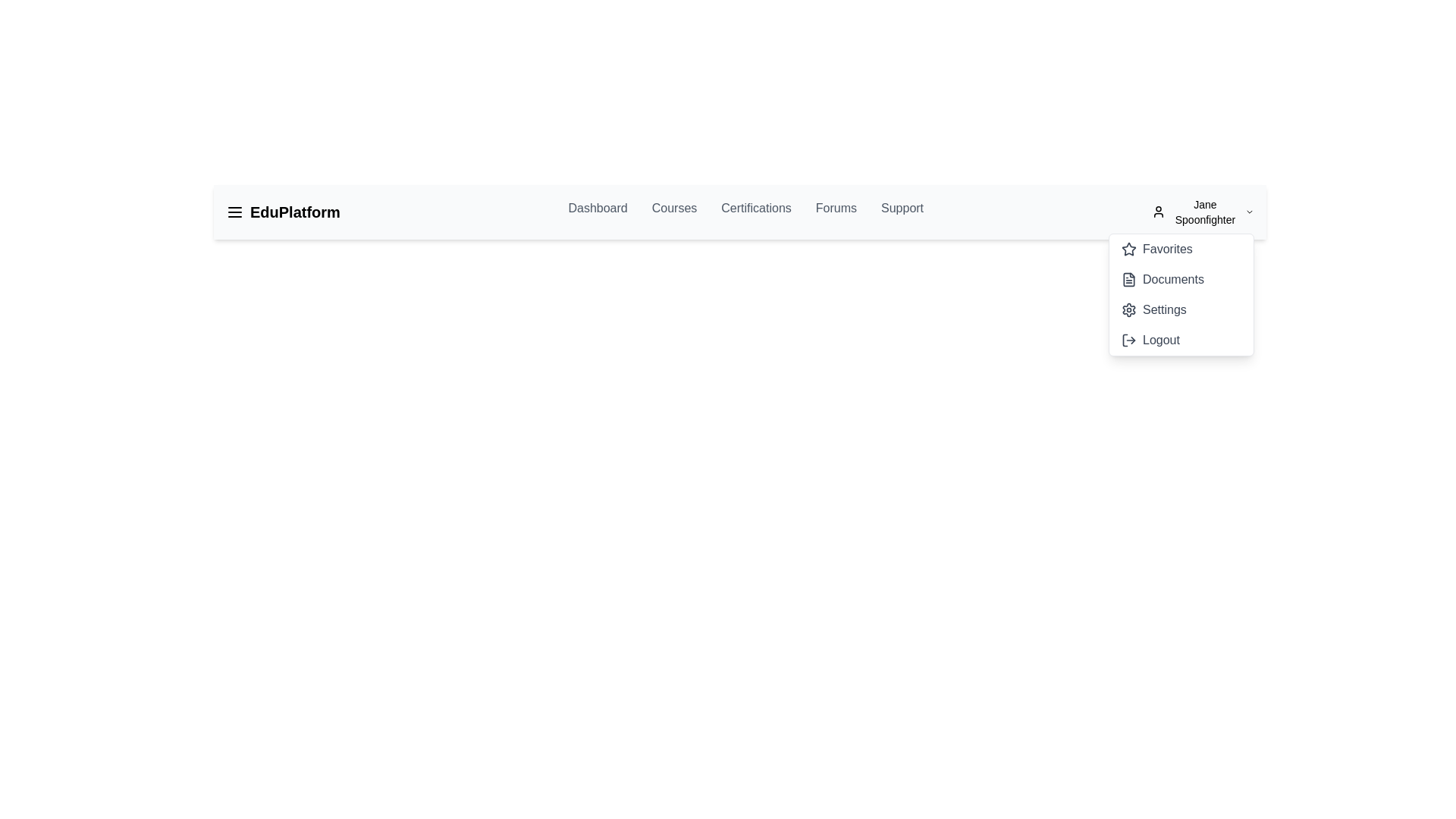 This screenshot has width=1456, height=819. What do you see at coordinates (1204, 212) in the screenshot?
I see `the static text label displaying 'Jane Spoonfighter' located in the upper-right corner of the navigation bar, positioned between user icon and chevron icon` at bounding box center [1204, 212].